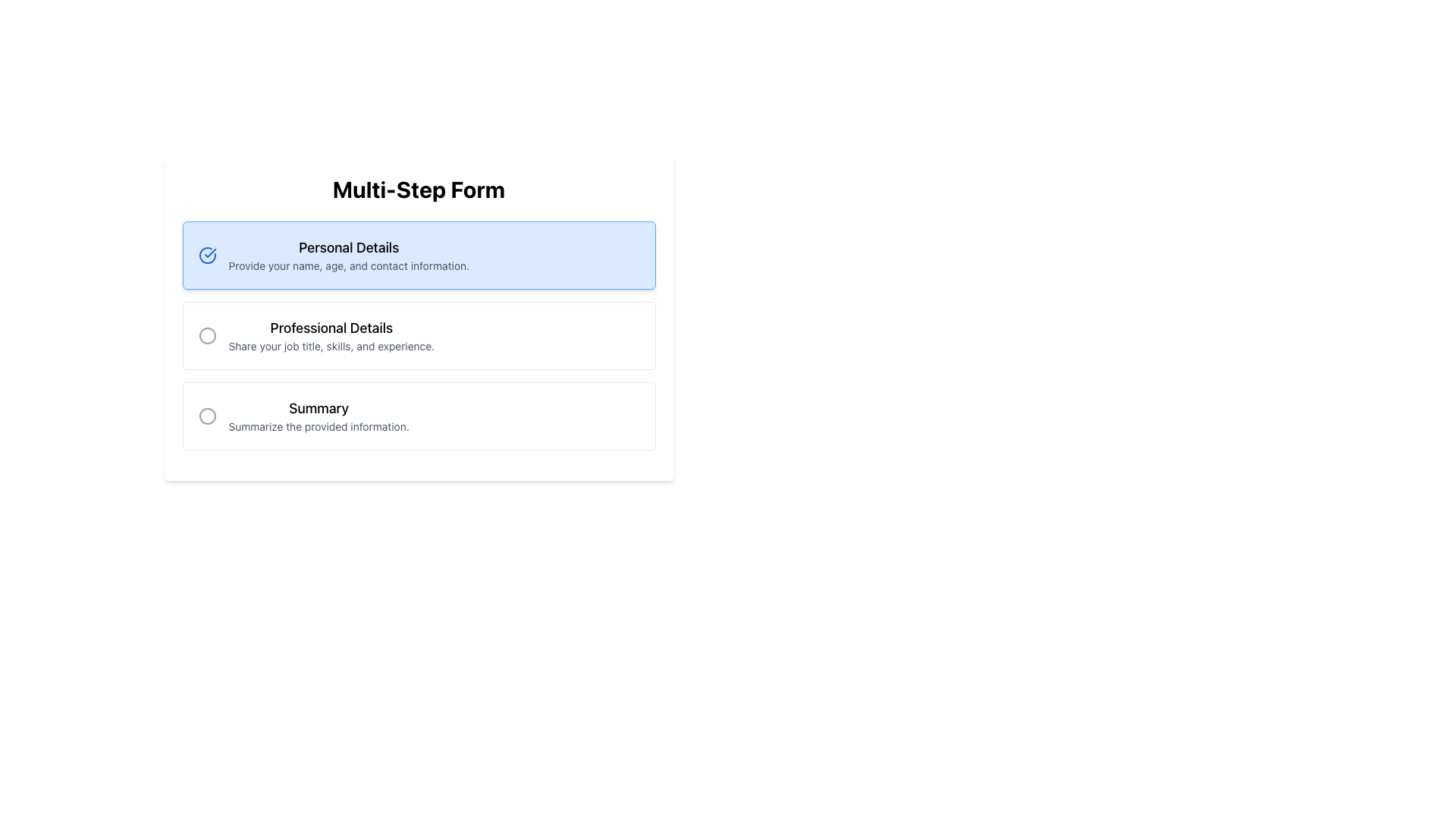  I want to click on the icon indicating that the 'Personal Details' section is selected or active, so click(206, 254).